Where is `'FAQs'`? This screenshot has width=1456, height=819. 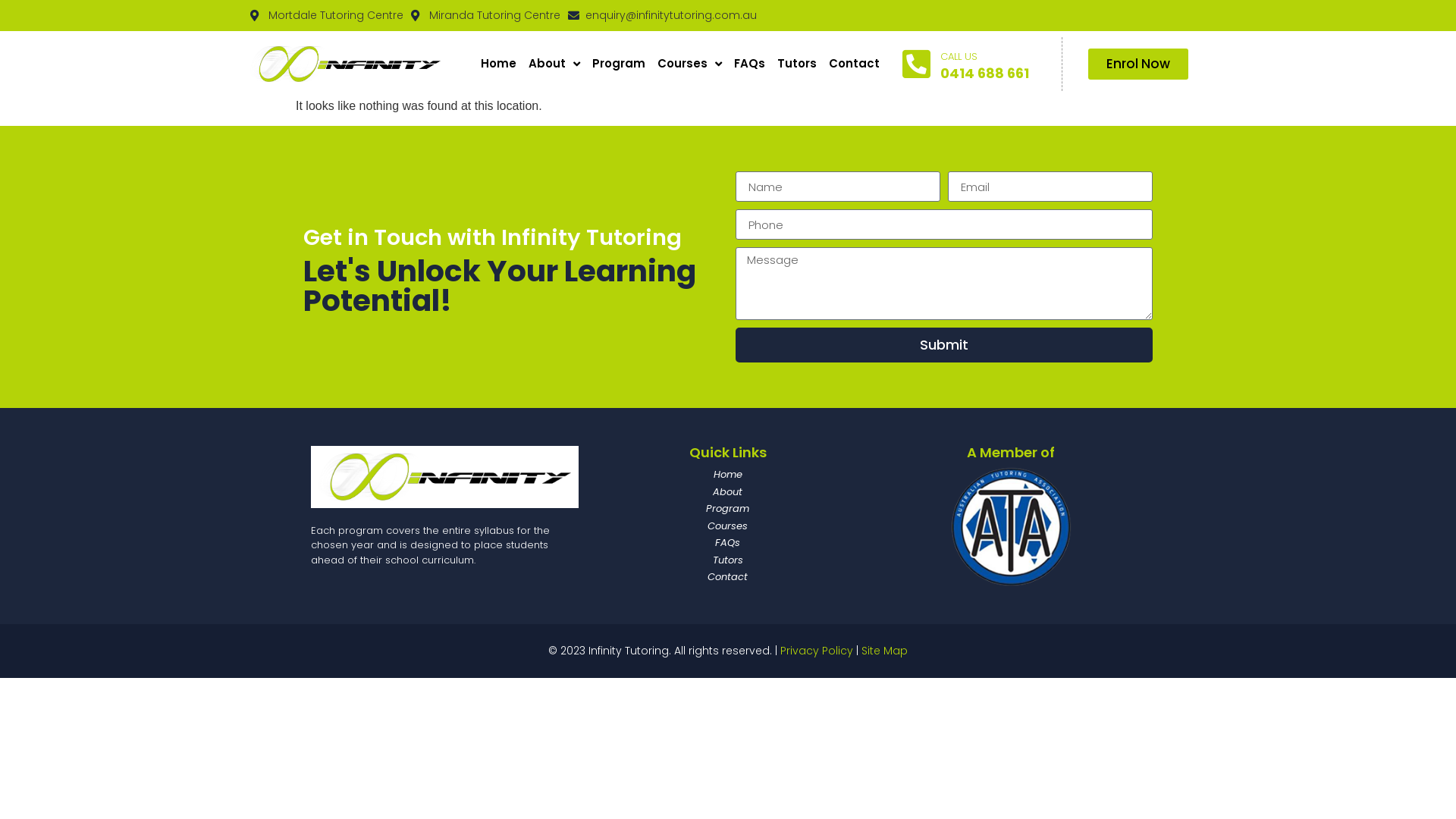 'FAQs' is located at coordinates (749, 63).